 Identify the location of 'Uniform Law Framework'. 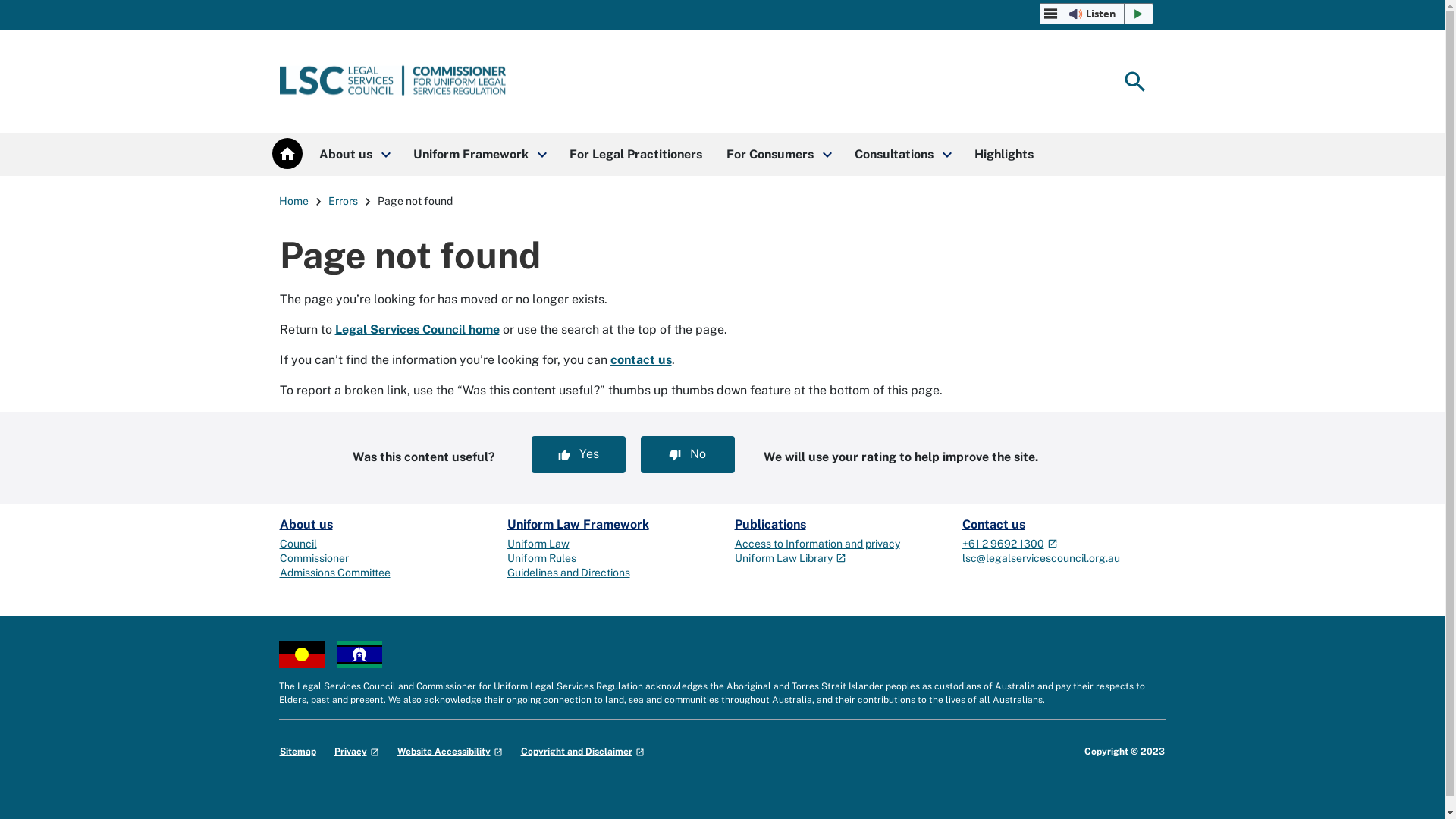
(576, 523).